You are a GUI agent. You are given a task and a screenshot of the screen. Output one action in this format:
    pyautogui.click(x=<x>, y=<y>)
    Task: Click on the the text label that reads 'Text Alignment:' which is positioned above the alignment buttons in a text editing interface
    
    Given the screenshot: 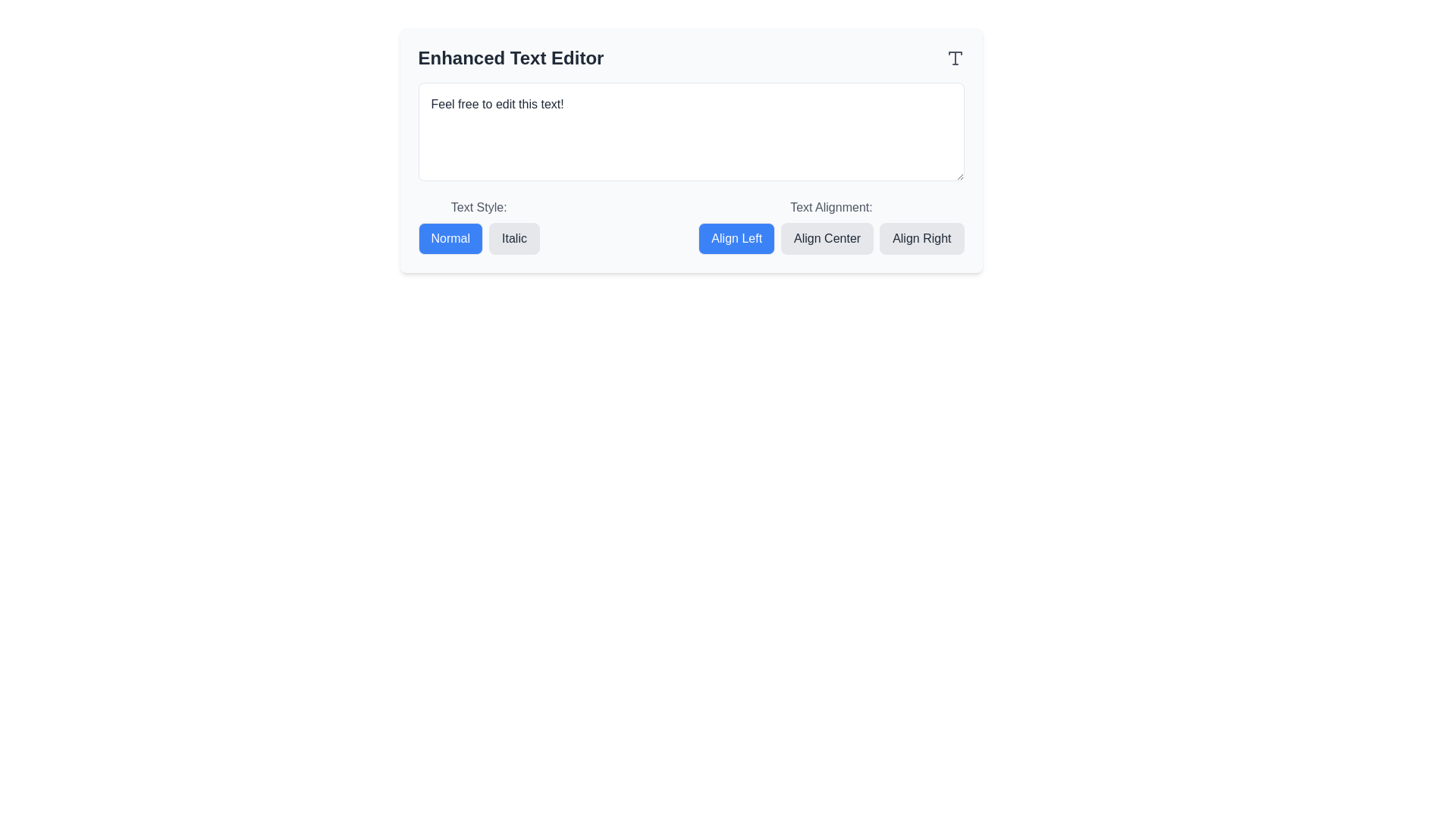 What is the action you would take?
    pyautogui.click(x=830, y=207)
    